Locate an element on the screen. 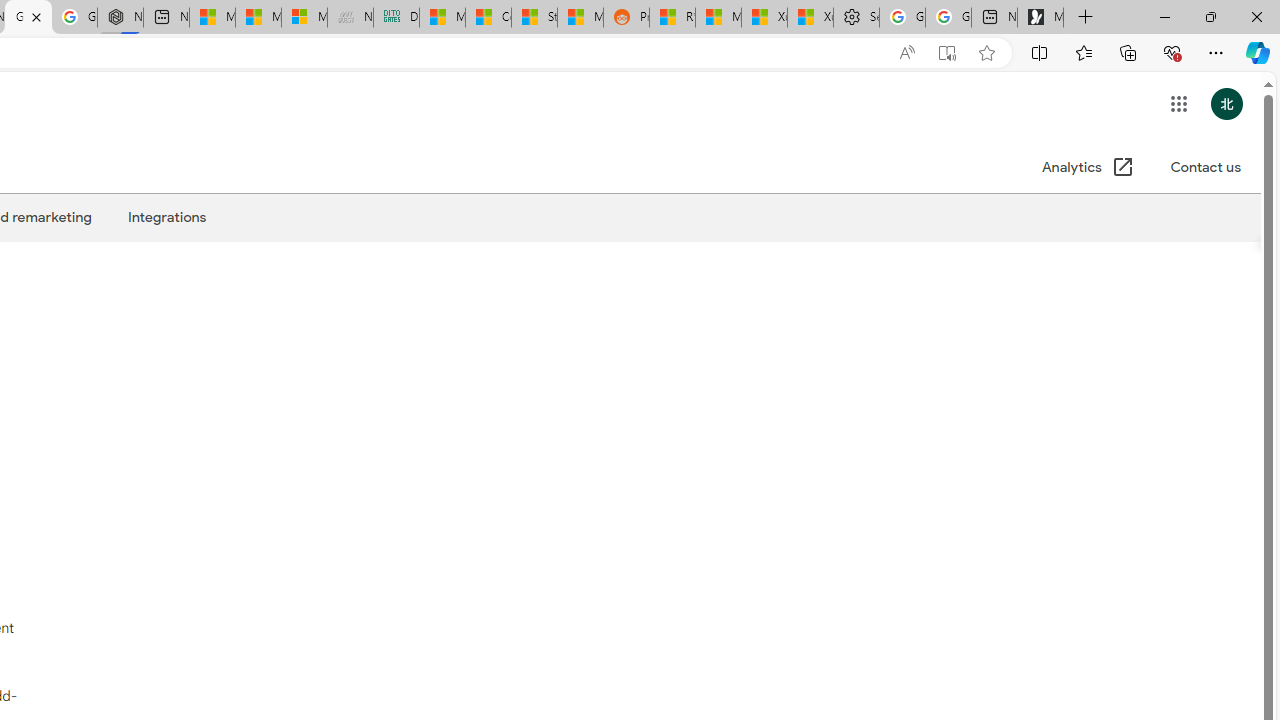  'MSNBC - MSN' is located at coordinates (441, 17).